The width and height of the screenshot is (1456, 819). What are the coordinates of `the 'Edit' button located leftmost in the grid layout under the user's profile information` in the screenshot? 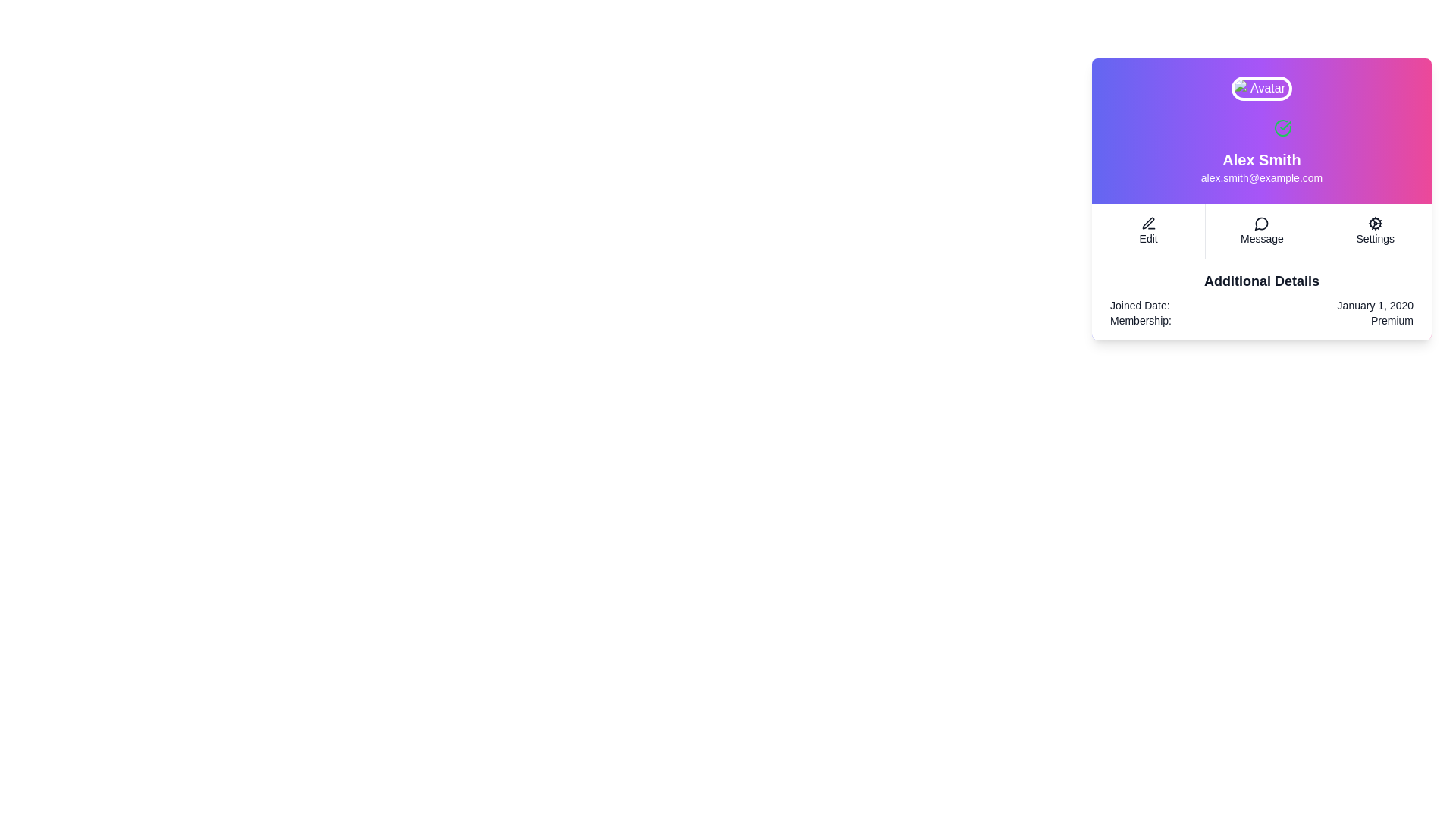 It's located at (1148, 231).